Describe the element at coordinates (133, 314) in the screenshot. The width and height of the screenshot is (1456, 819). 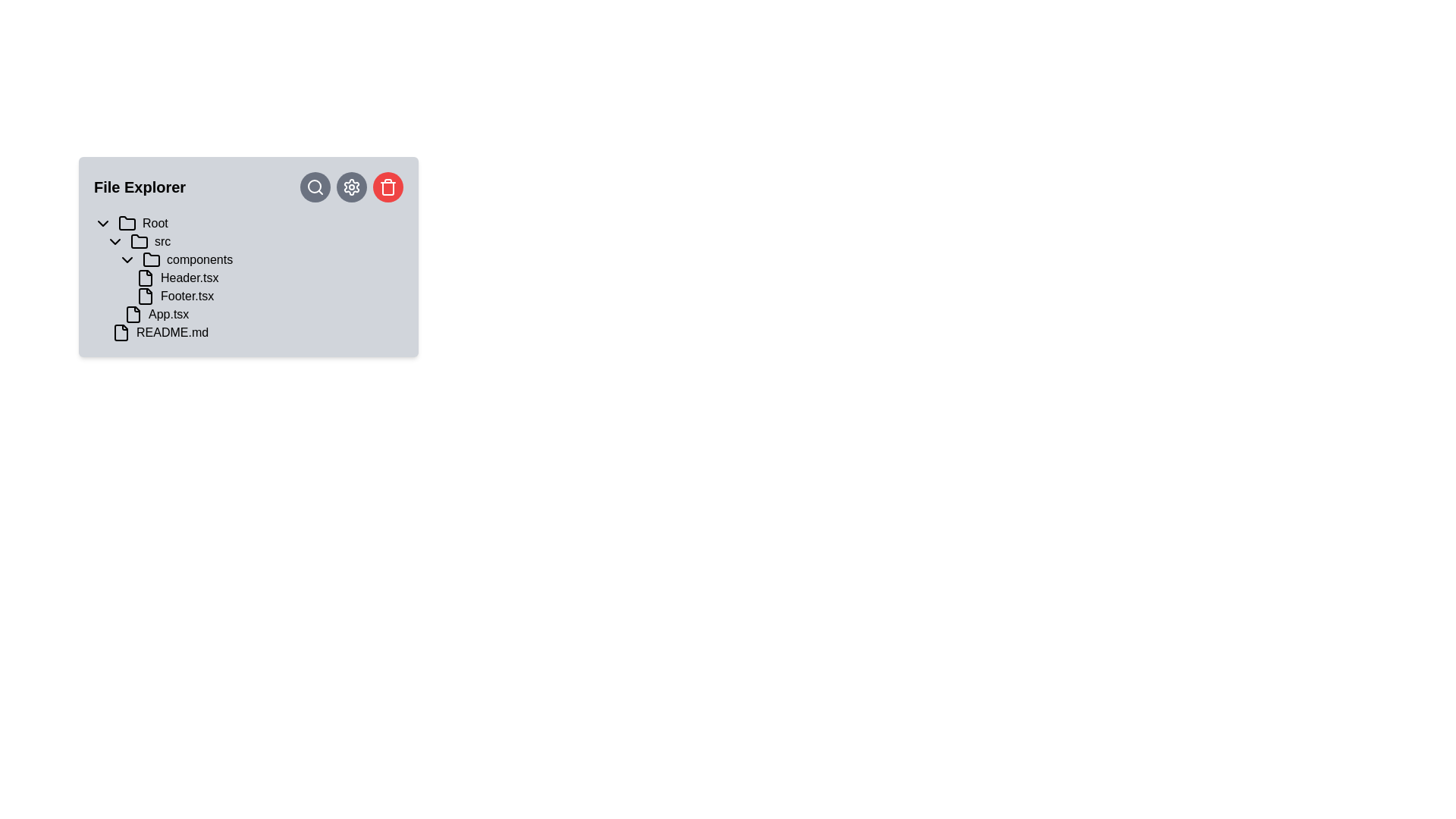
I see `the primary body of the 'App.tsx' file icon located under the 'src' directory in the file explorer interface` at that location.